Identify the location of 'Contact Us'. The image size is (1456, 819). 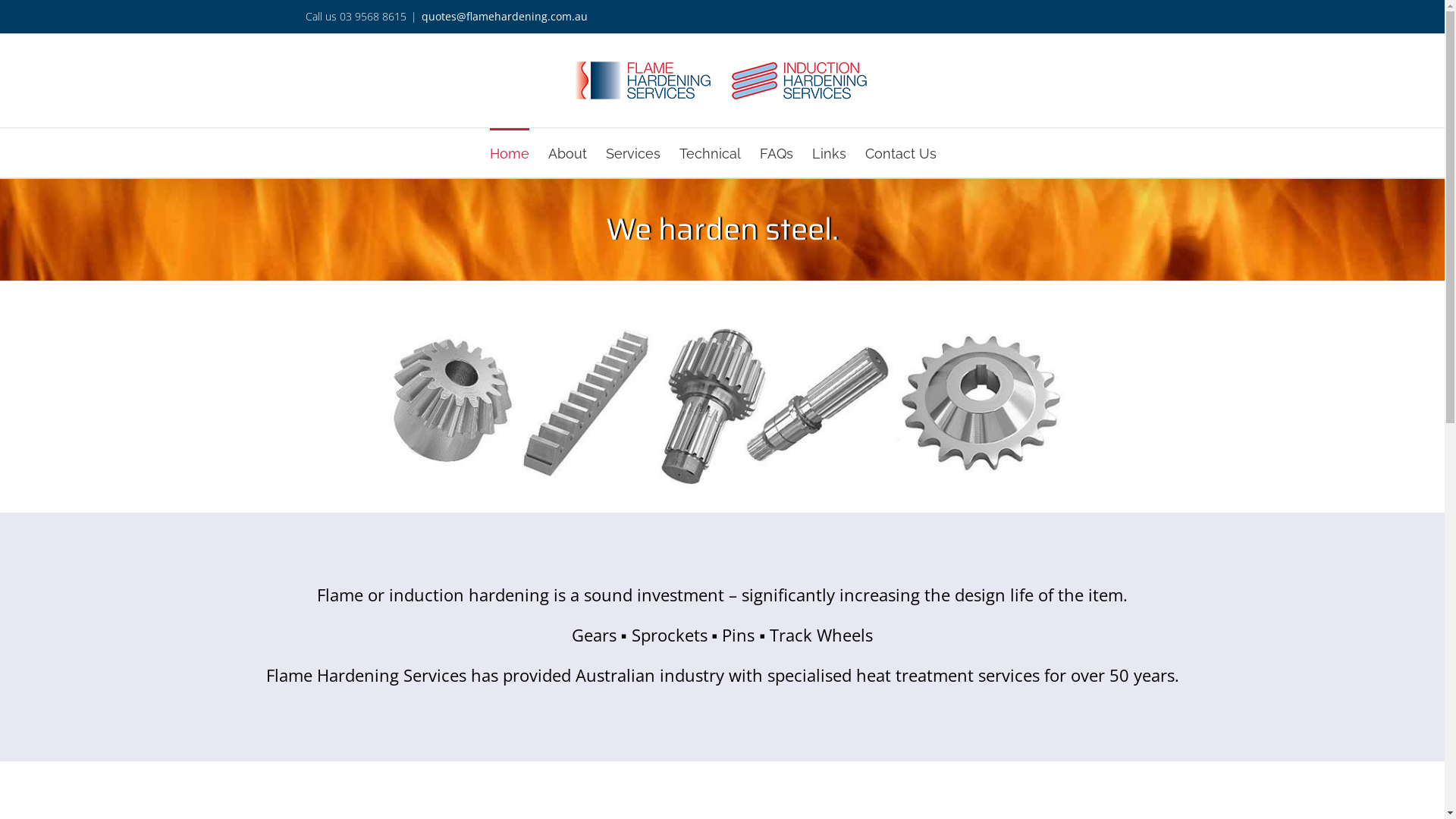
(899, 152).